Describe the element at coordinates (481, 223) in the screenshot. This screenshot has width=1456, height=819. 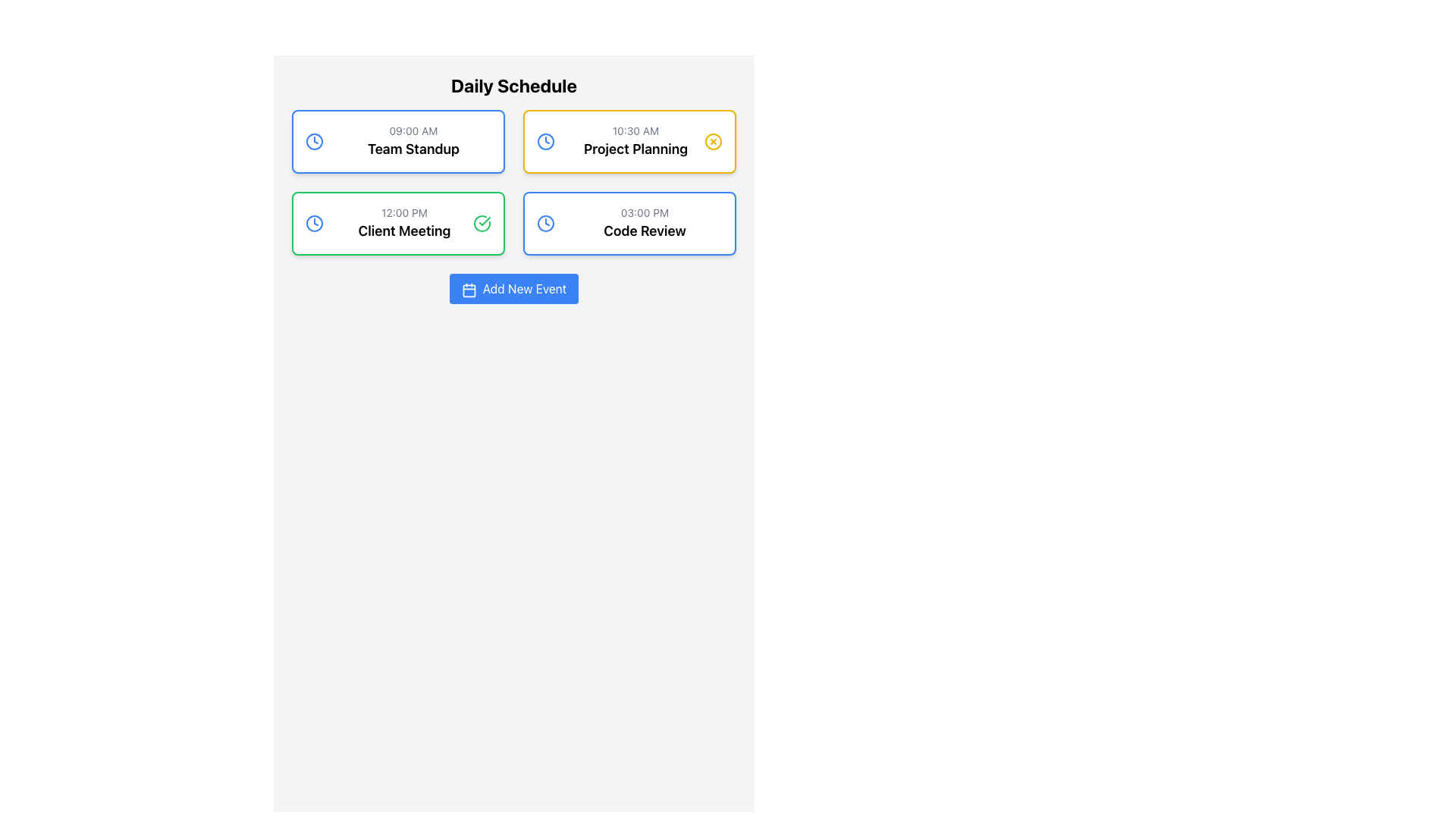
I see `the icon indicating the status of the 'Client Meeting' event, located at the bottom-left of the 'Client Meeting' card` at that location.